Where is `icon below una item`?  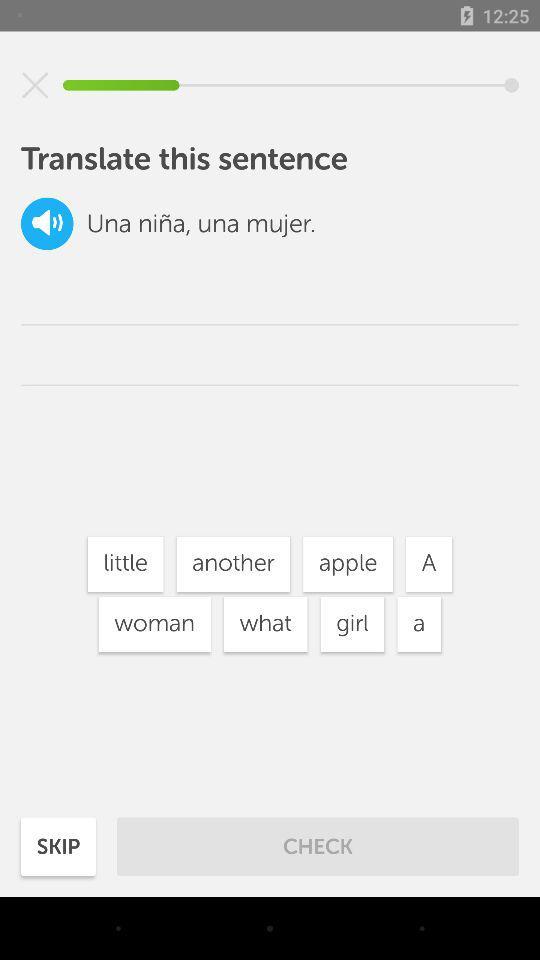
icon below una item is located at coordinates (125, 564).